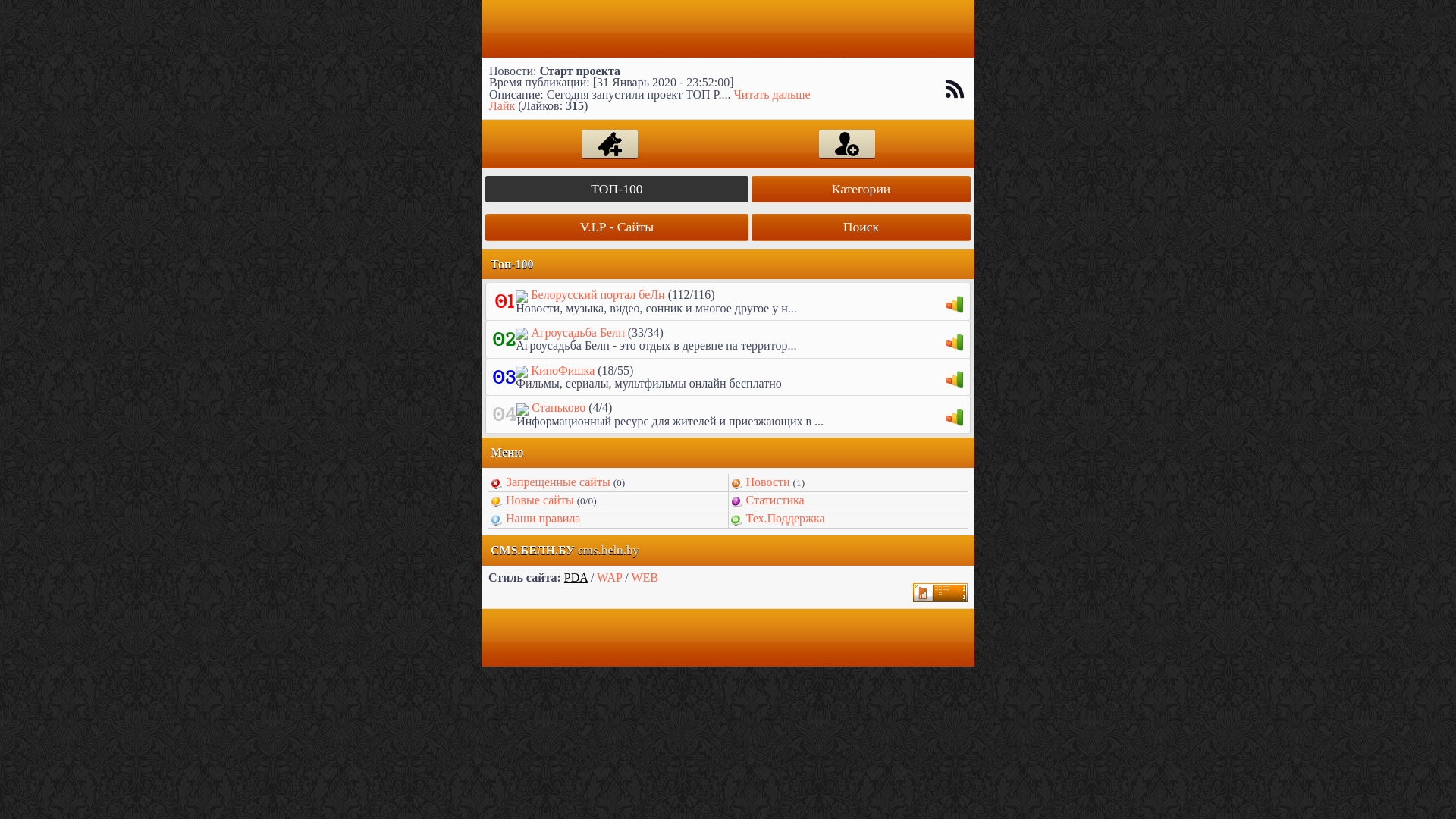 The width and height of the screenshot is (1456, 819). What do you see at coordinates (644, 577) in the screenshot?
I see `'WEB'` at bounding box center [644, 577].